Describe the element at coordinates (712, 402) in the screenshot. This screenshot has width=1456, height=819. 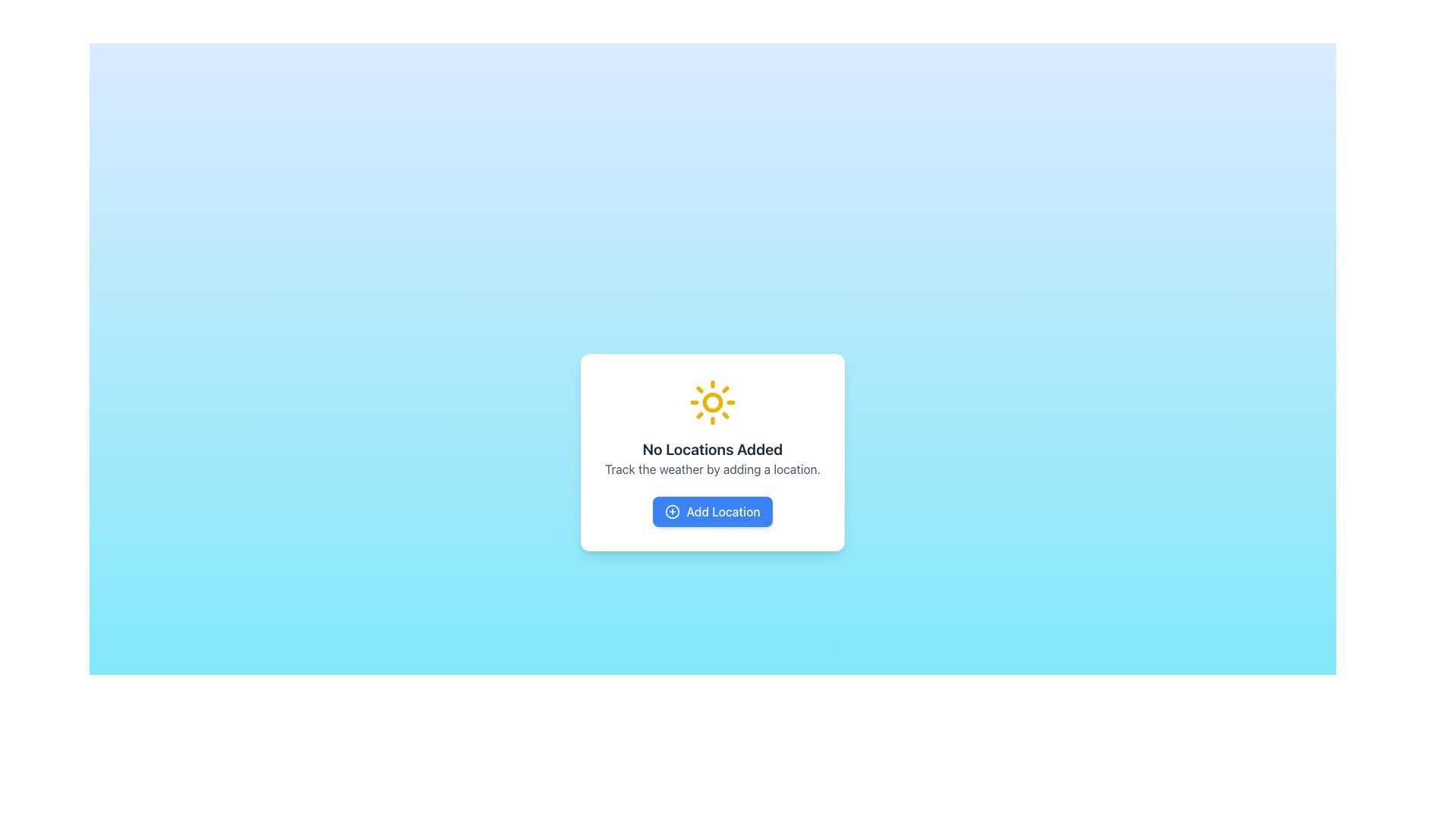
I see `the sun icon, which represents weather conditions, located at the top of the feature box above the text 'No Locations Added'` at that location.